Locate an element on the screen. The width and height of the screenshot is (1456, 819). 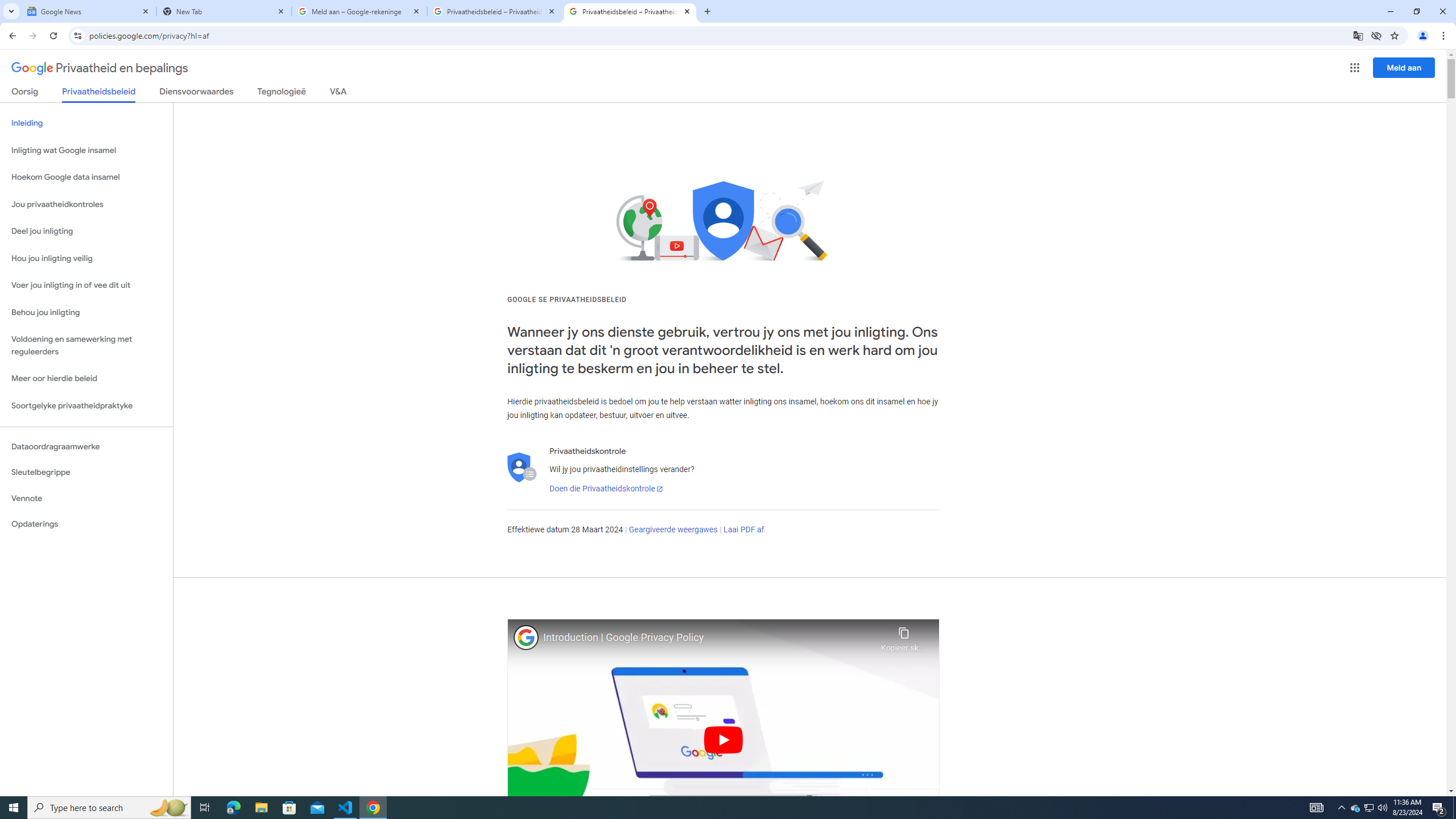
'Soortgelyke privaatheidpraktyke' is located at coordinates (86, 405).